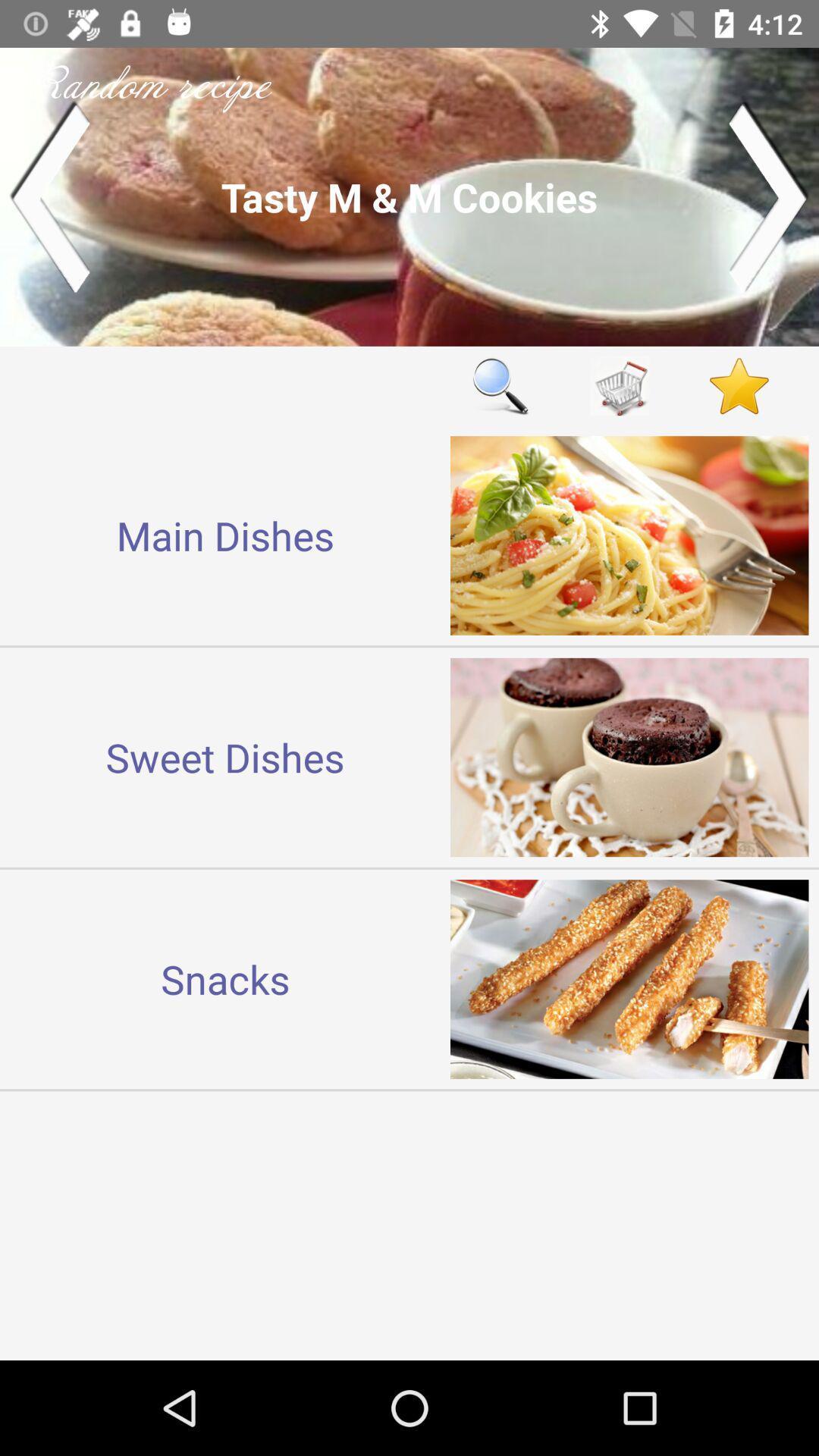 This screenshot has height=1456, width=819. I want to click on item above the snacks icon, so click(225, 757).